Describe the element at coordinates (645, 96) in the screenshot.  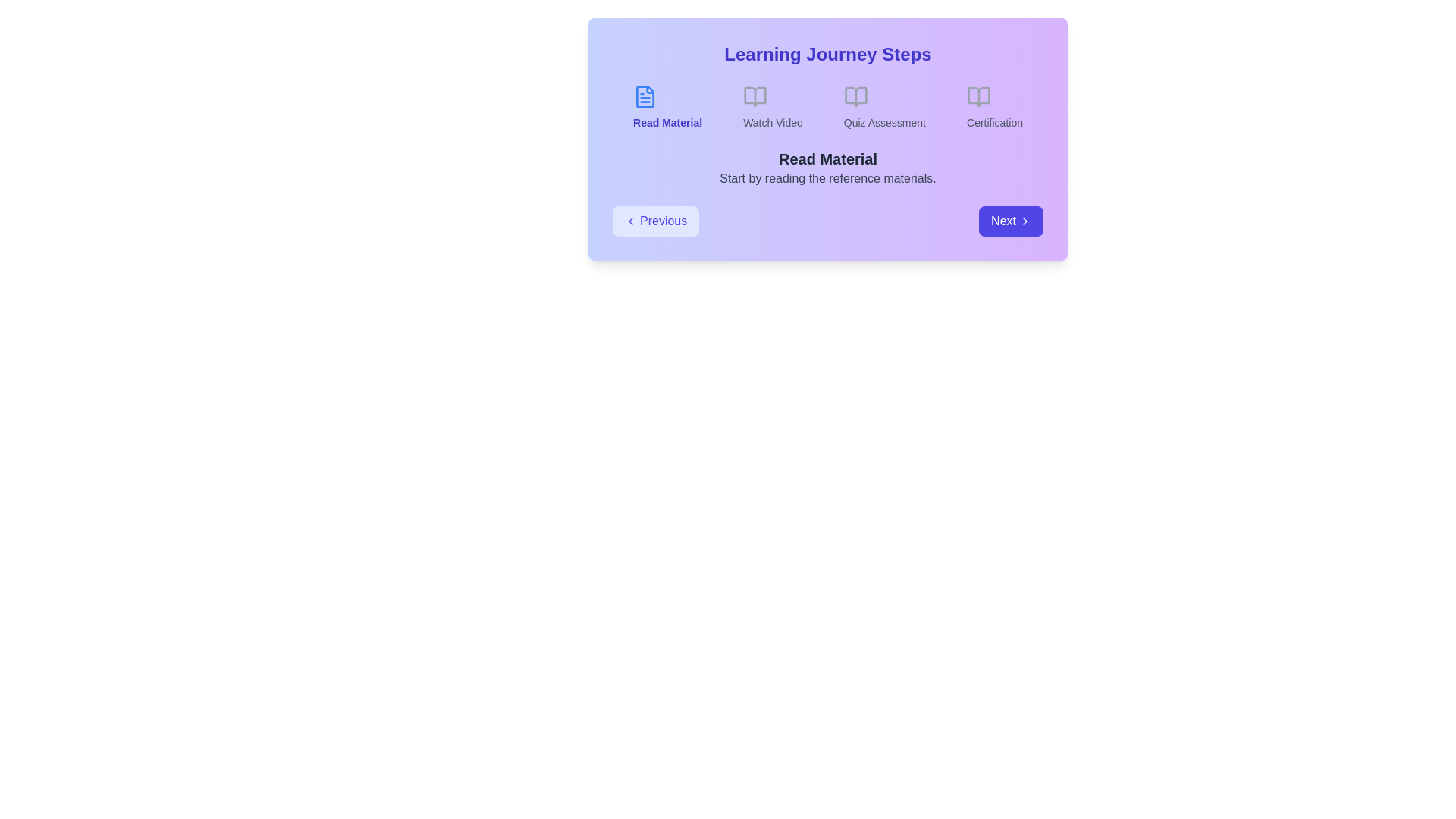
I see `the 'Read Material' icon located at the top-left corner of the learning journey interface, positioned above the label 'Read Material'` at that location.